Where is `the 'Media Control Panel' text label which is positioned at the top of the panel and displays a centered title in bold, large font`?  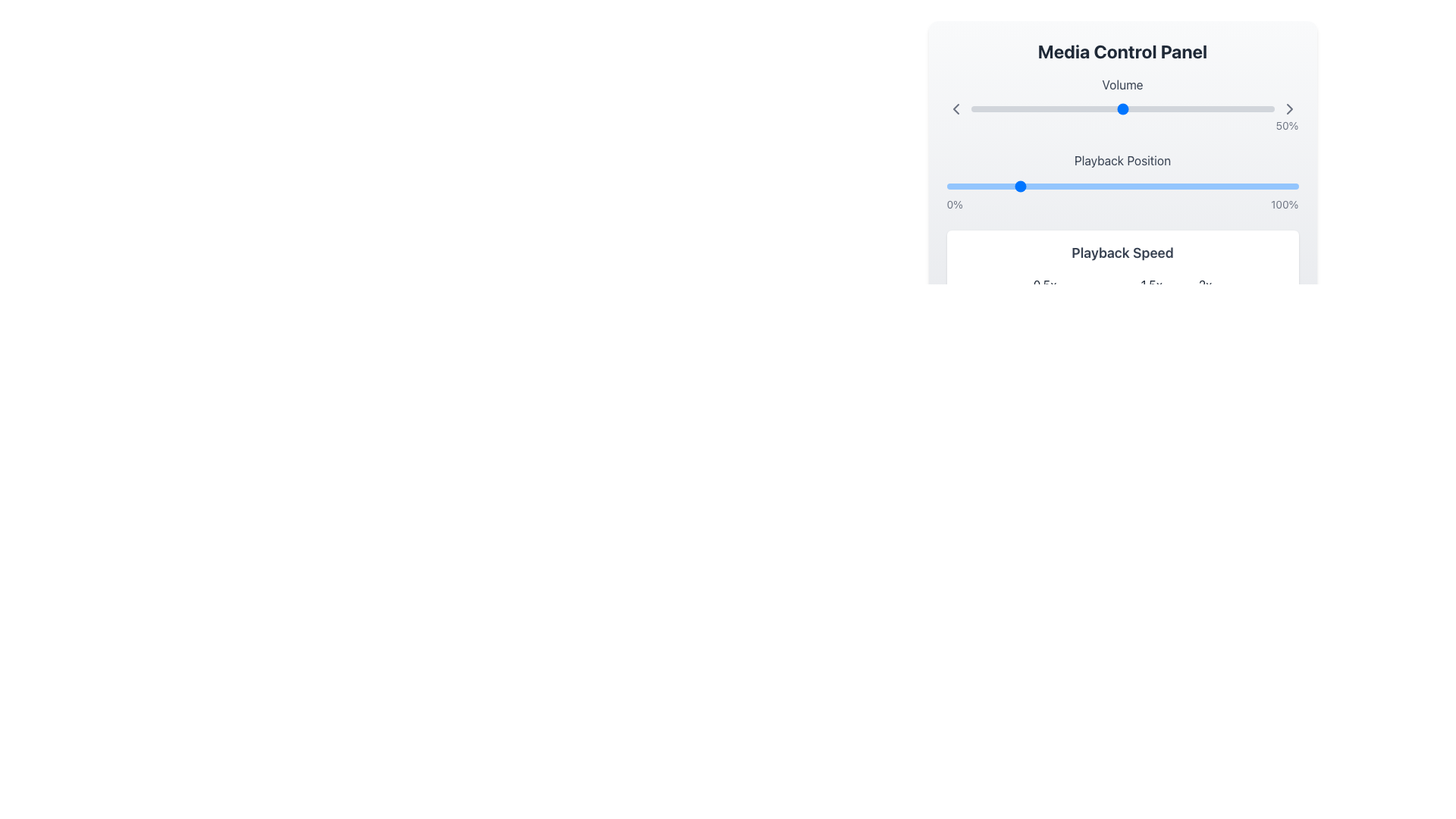
the 'Media Control Panel' text label which is positioned at the top of the panel and displays a centered title in bold, large font is located at coordinates (1122, 51).